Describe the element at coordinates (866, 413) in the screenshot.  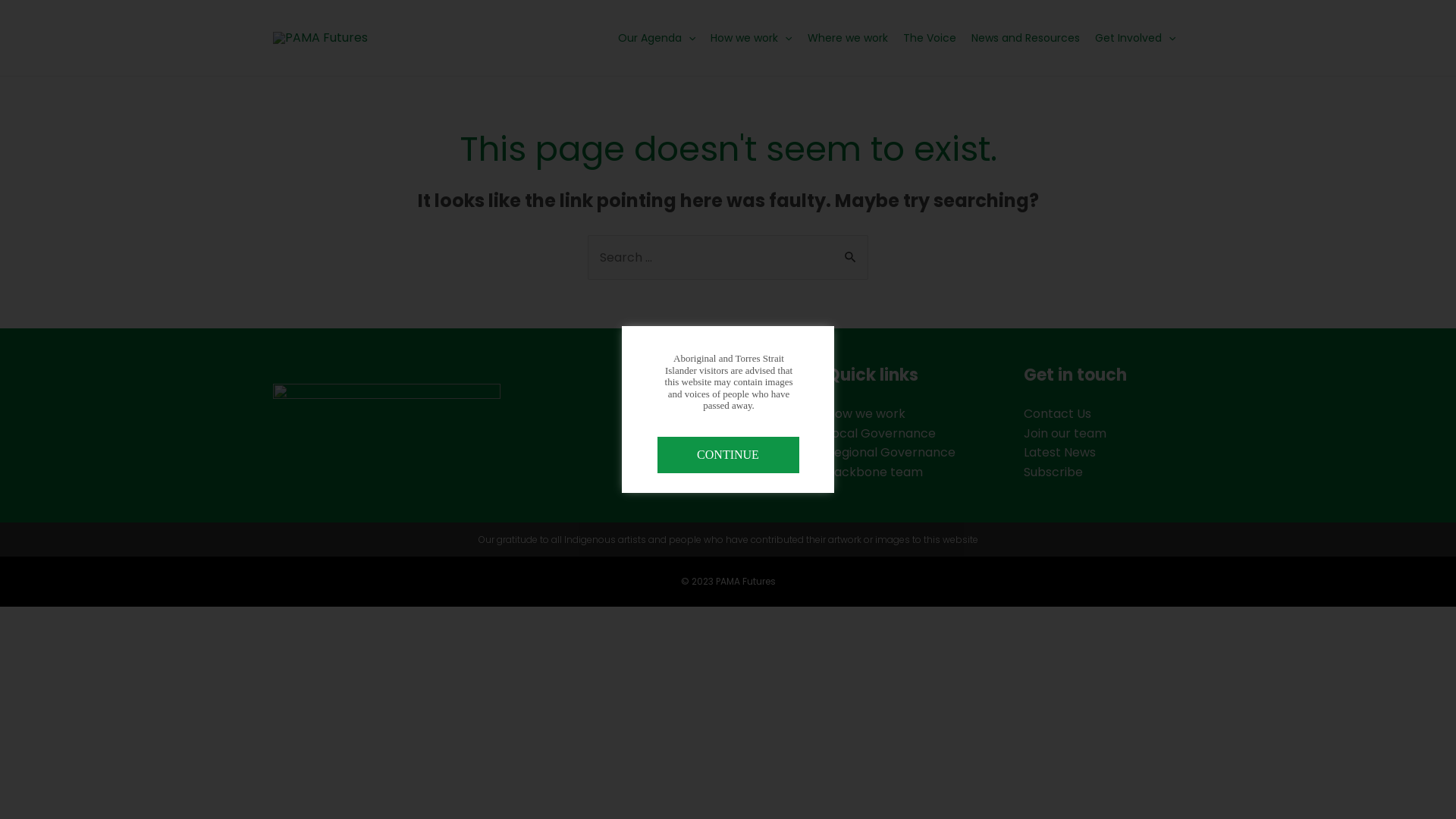
I see `'How we work'` at that location.